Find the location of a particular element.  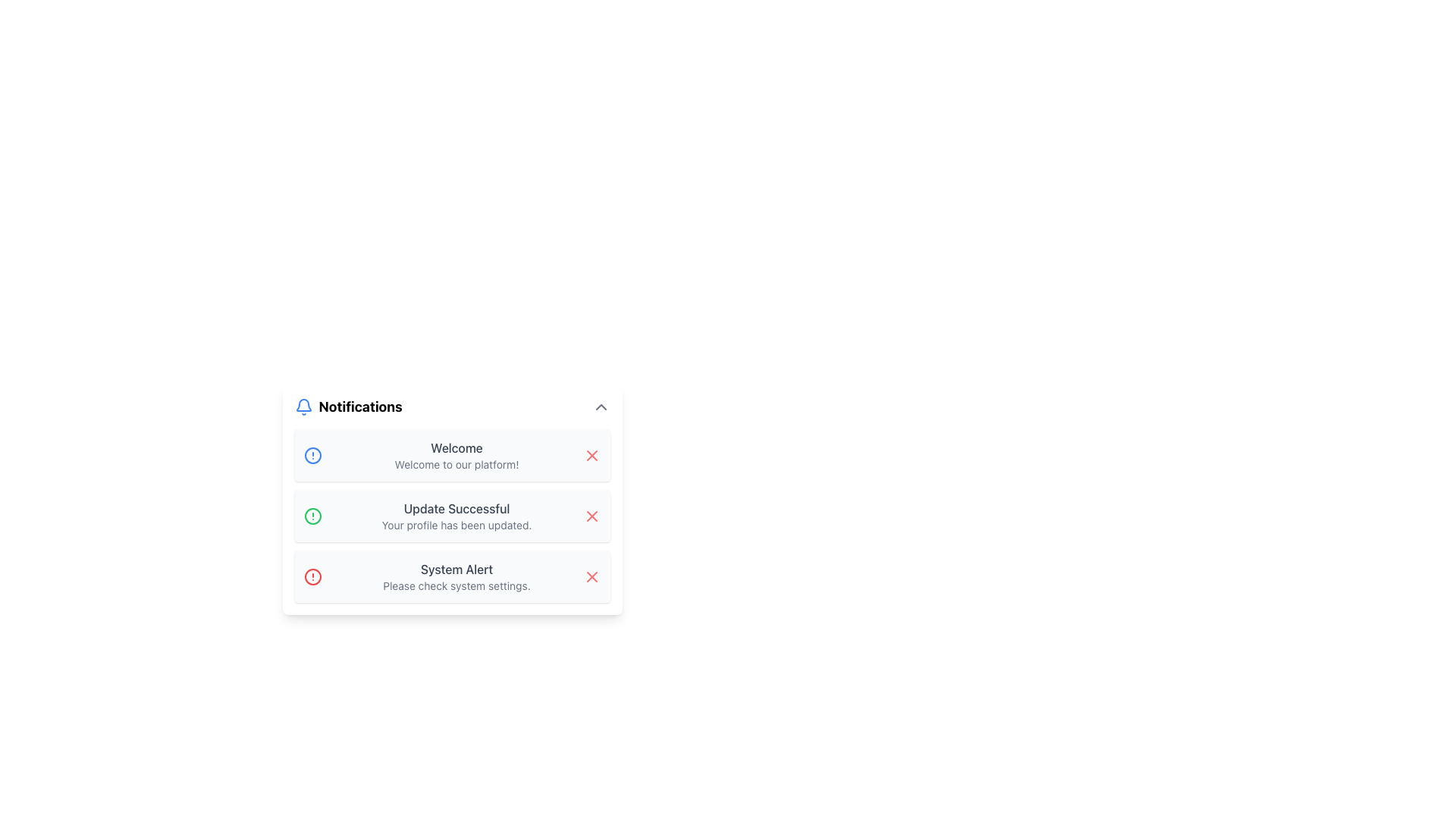

the Text Label that confirms the profile update, which is located below the 'Update Successful' text in the notification card is located at coordinates (456, 525).